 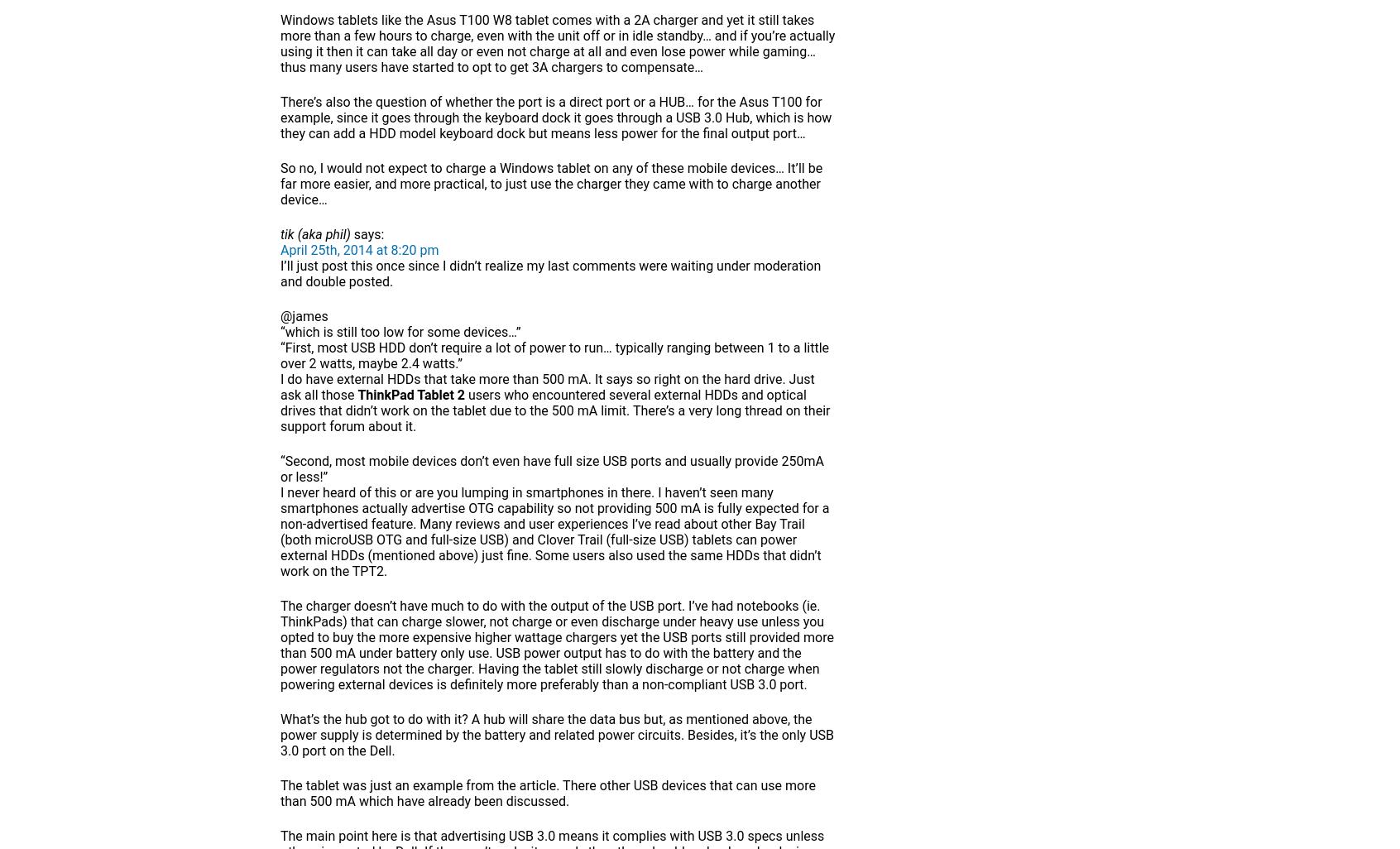 What do you see at coordinates (556, 118) in the screenshot?
I see `'There’s also the question of whether the port is a direct port or a HUB… for the Asus T100 for example, since it goes through the keyboard dock it goes through a USB 3.0 Hub, which is how they can add a HDD model keyboard dock but means less power for the final output port…'` at bounding box center [556, 118].